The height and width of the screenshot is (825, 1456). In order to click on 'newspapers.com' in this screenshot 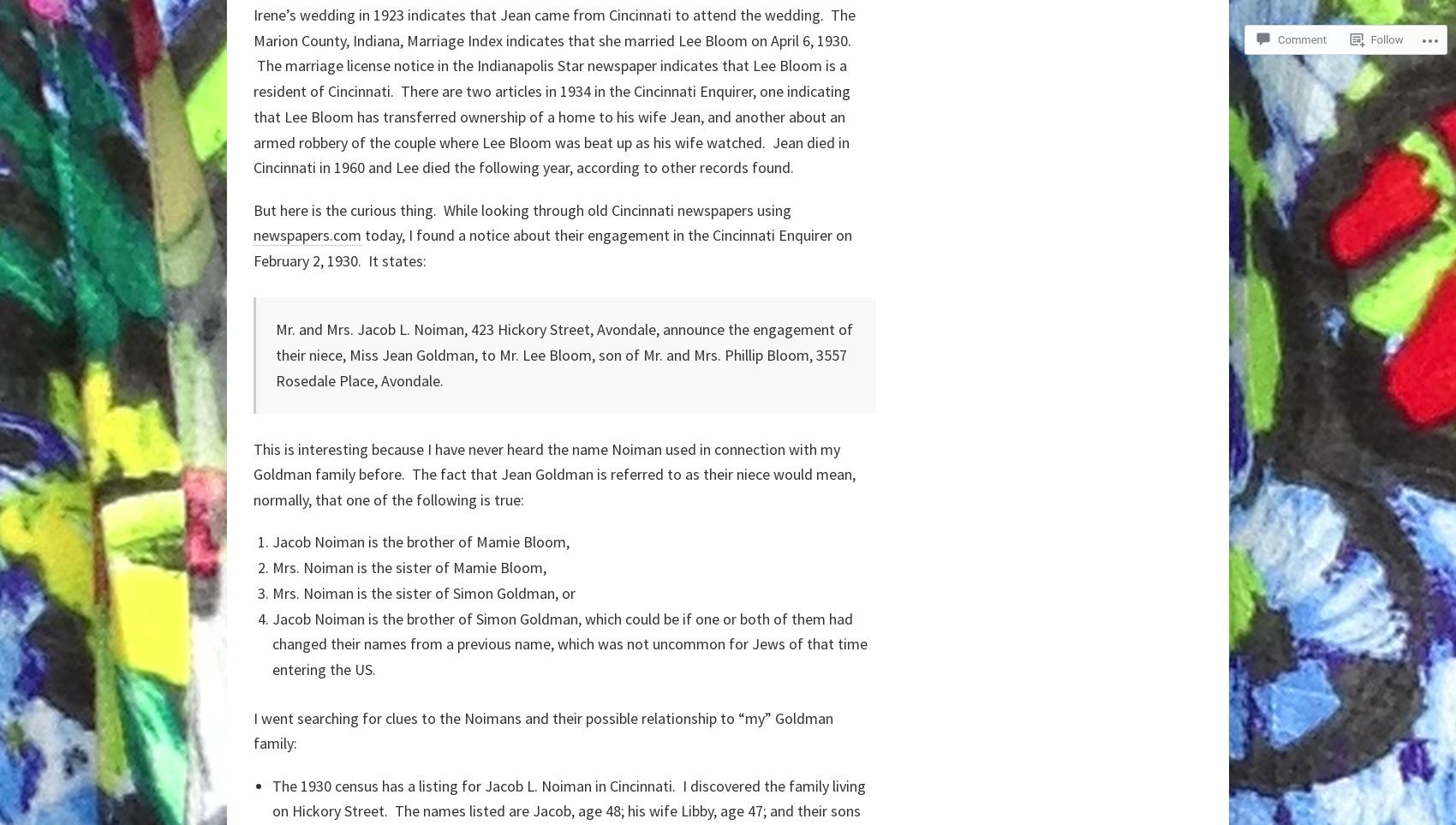, I will do `click(307, 234)`.